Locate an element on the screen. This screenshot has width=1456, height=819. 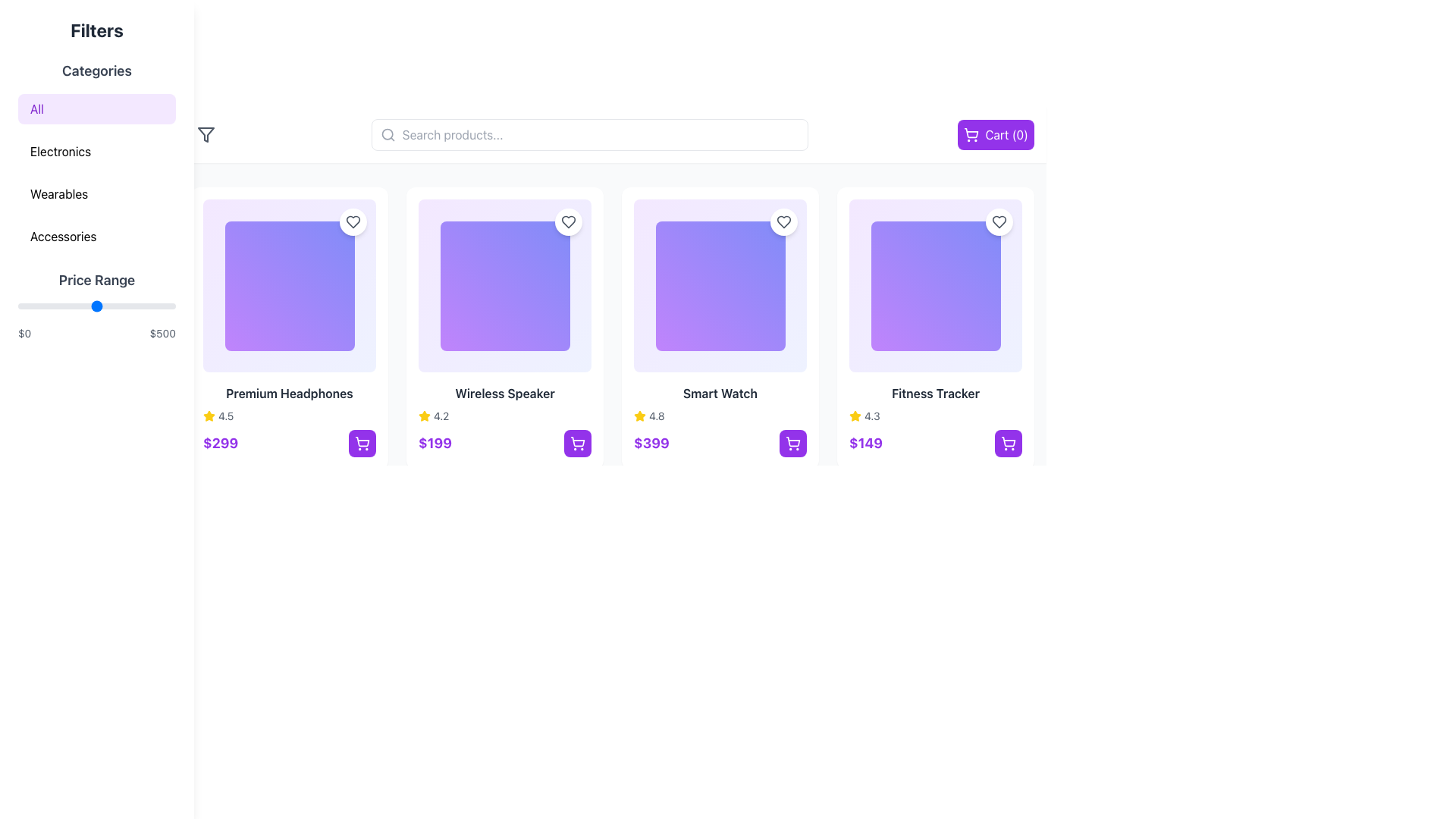
the circular button with a heart-shaped icon in the top-right corner of the 'Wireless Speaker' product card is located at coordinates (567, 222).